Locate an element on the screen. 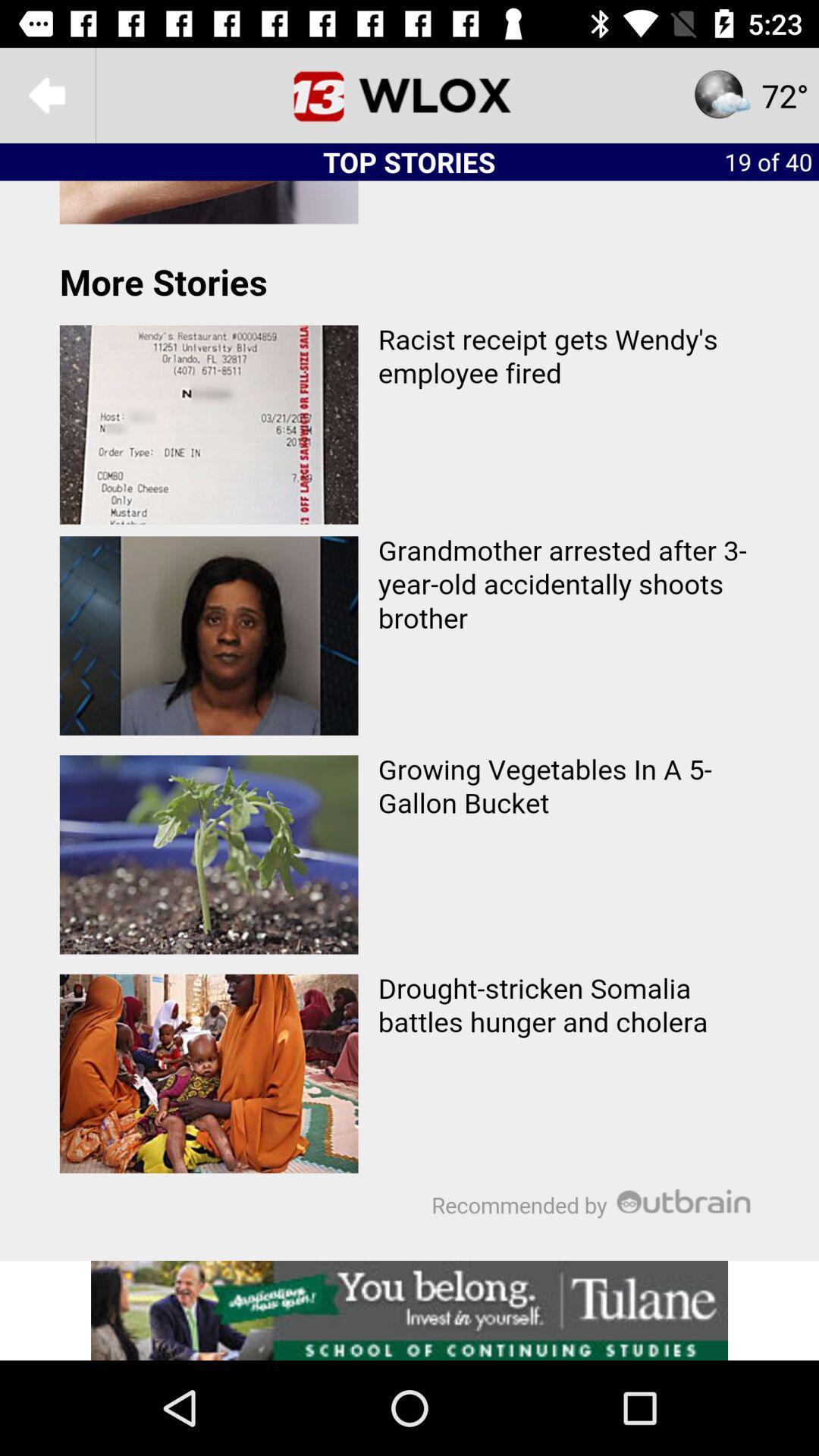  click on advertisement is located at coordinates (409, 1310).